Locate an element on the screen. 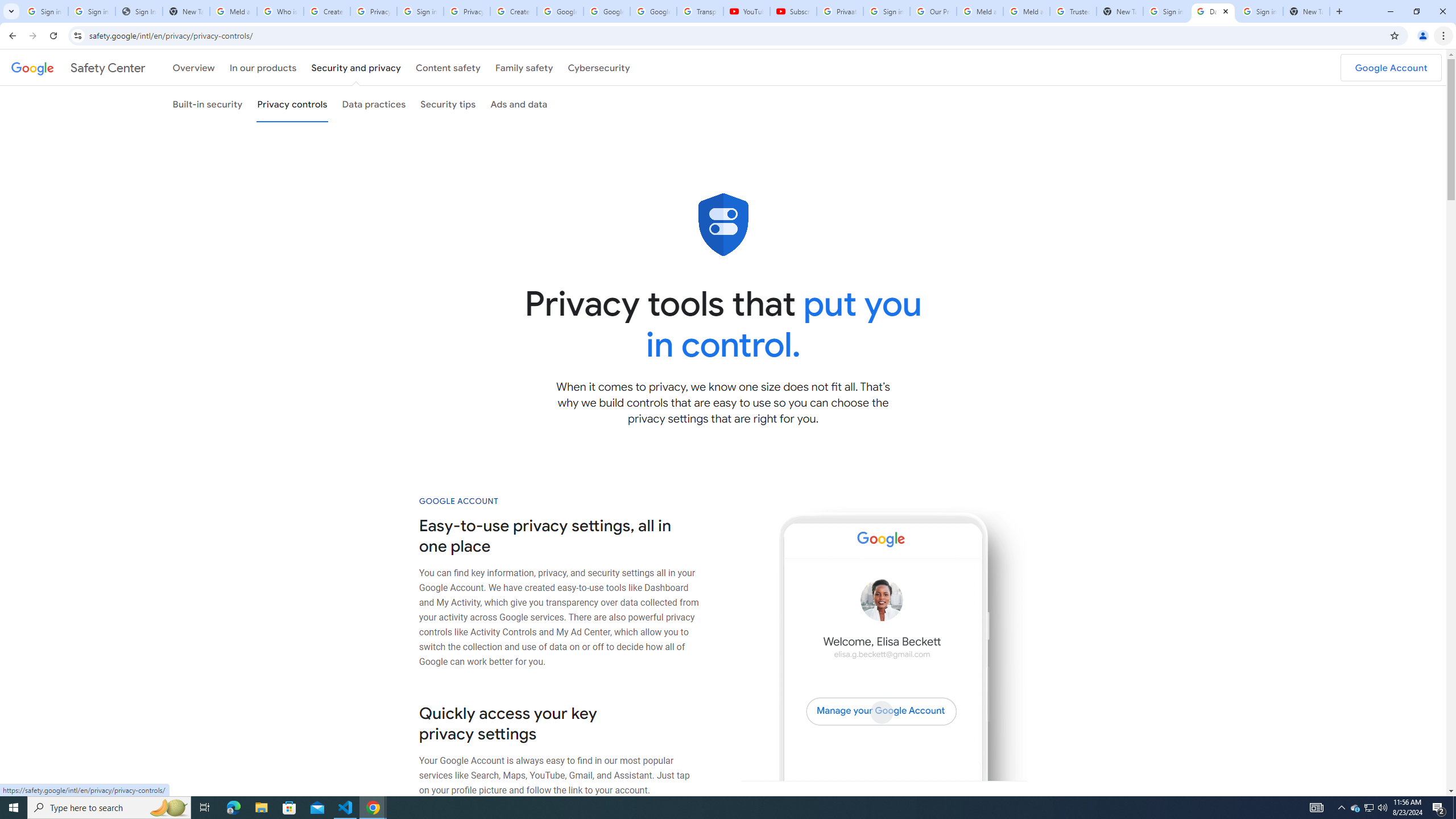 This screenshot has height=819, width=1456. 'Subscriptions - YouTube' is located at coordinates (792, 11).